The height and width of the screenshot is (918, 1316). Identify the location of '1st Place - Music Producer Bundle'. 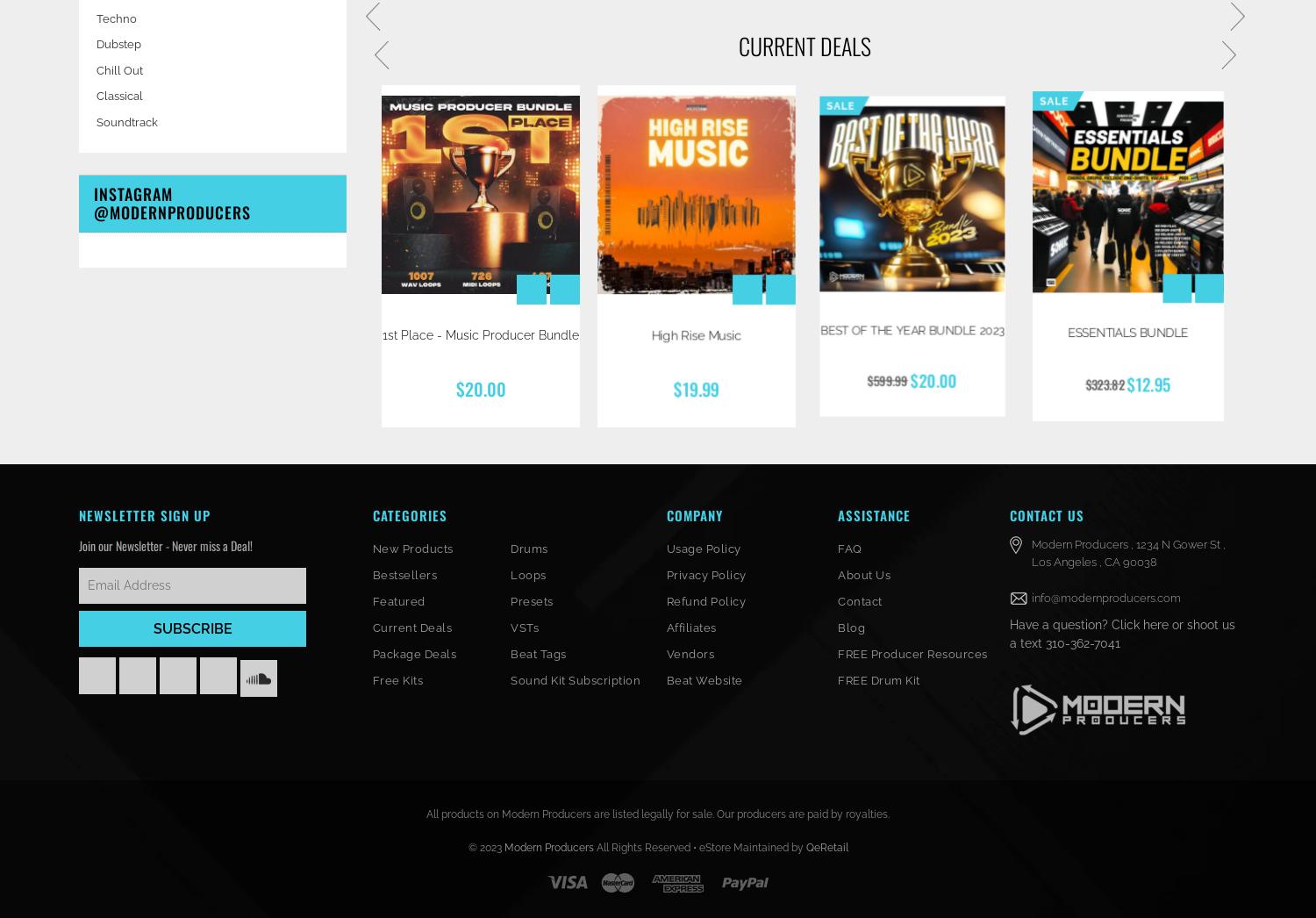
(480, 334).